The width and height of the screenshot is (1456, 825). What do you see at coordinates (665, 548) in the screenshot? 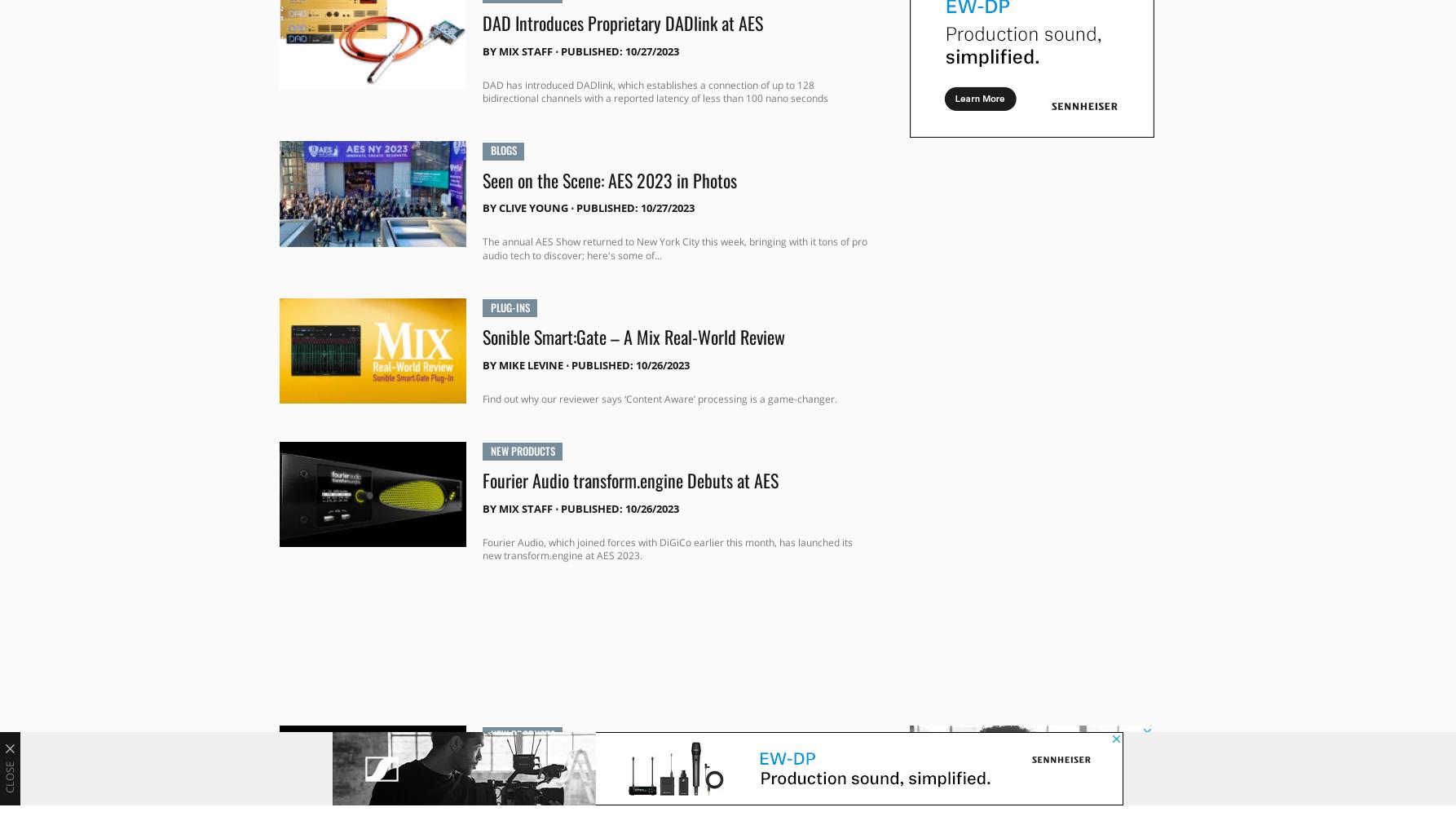
I see `'Fourier Audio, which joined forces with DiGiCo earlier this month, has launched its new transform.engine at AES 2023.'` at bounding box center [665, 548].